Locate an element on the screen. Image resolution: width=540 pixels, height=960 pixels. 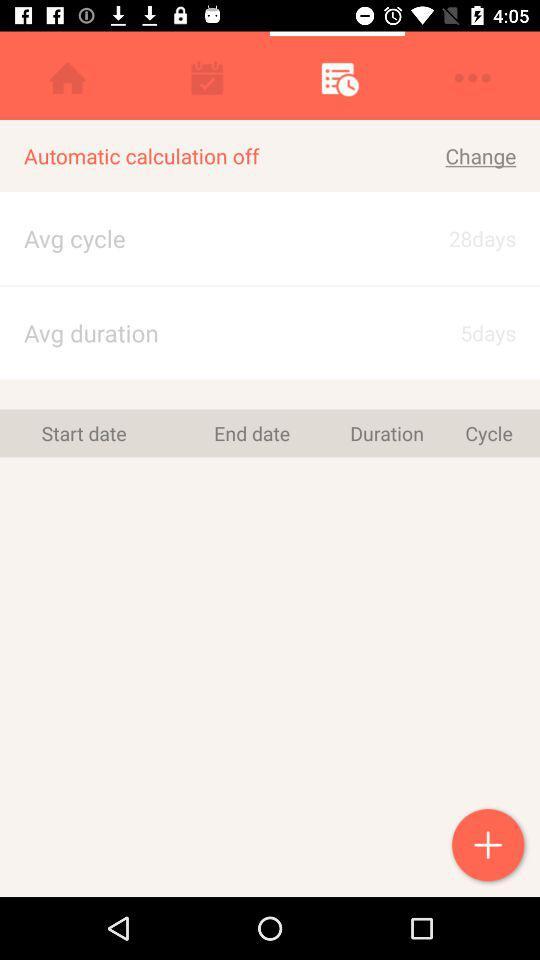
the add icon is located at coordinates (489, 846).